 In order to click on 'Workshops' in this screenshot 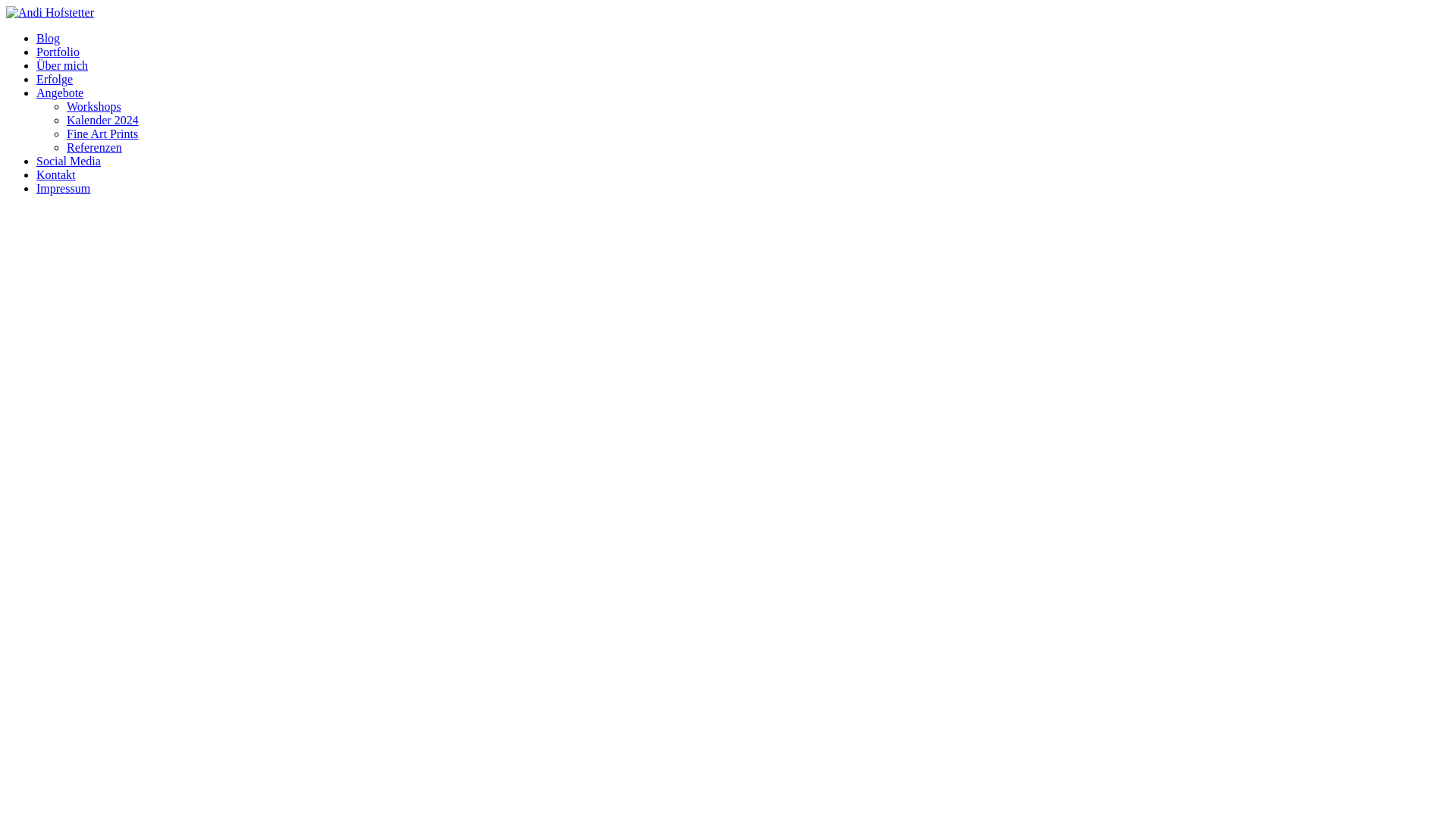, I will do `click(93, 105)`.